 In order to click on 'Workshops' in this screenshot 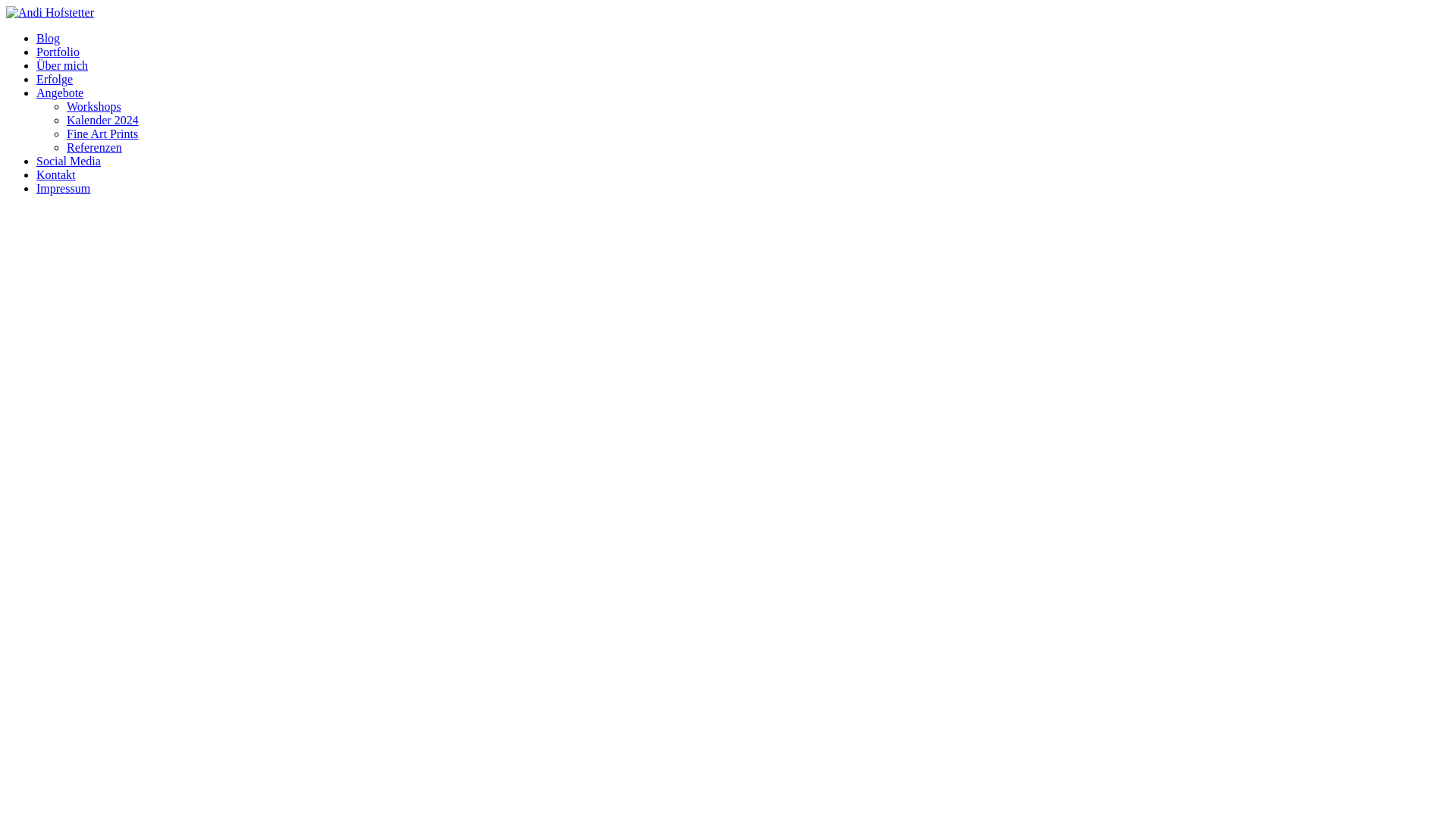, I will do `click(93, 105)`.